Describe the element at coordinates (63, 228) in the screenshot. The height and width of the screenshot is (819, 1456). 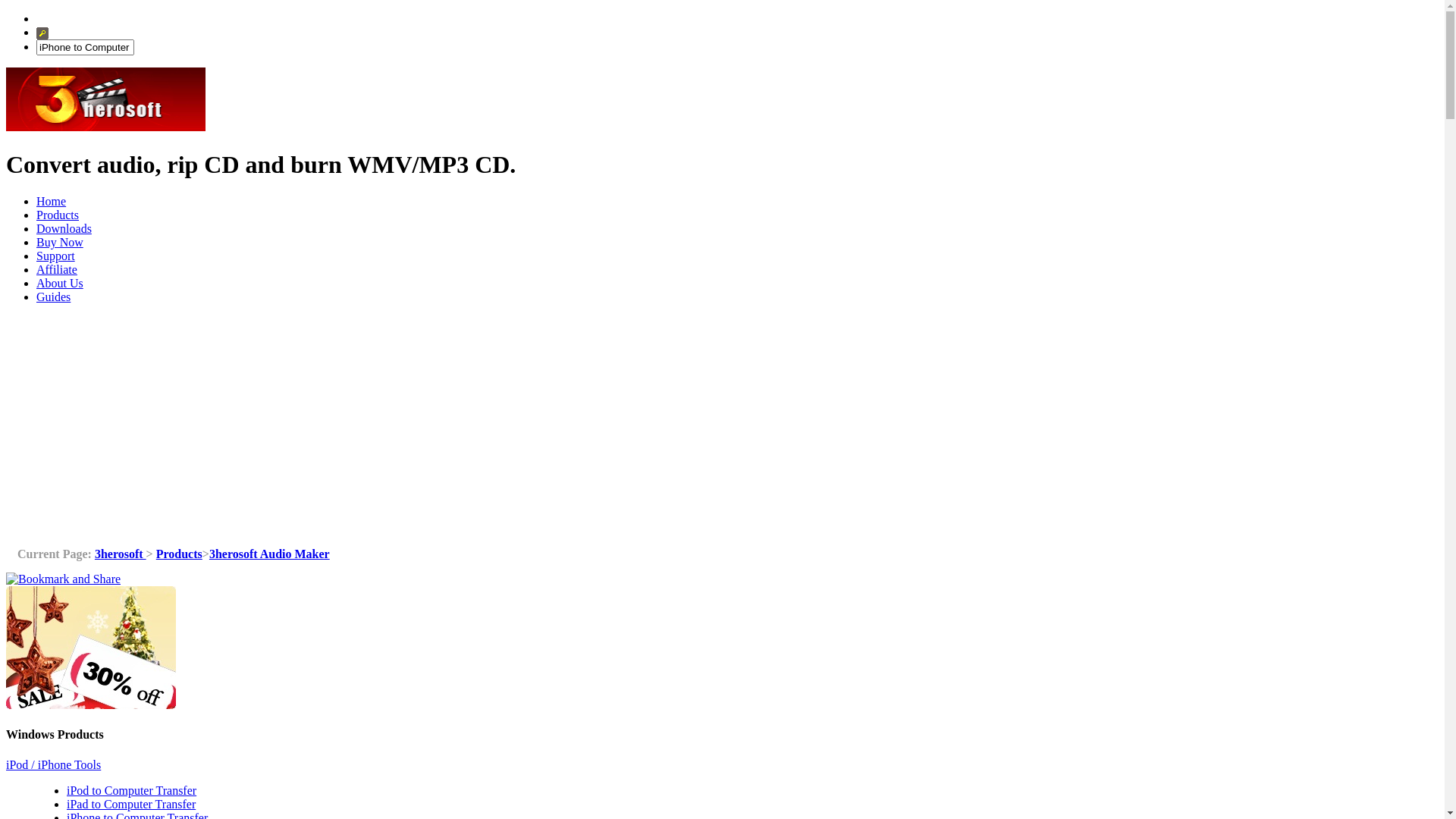
I see `'Downloads'` at that location.